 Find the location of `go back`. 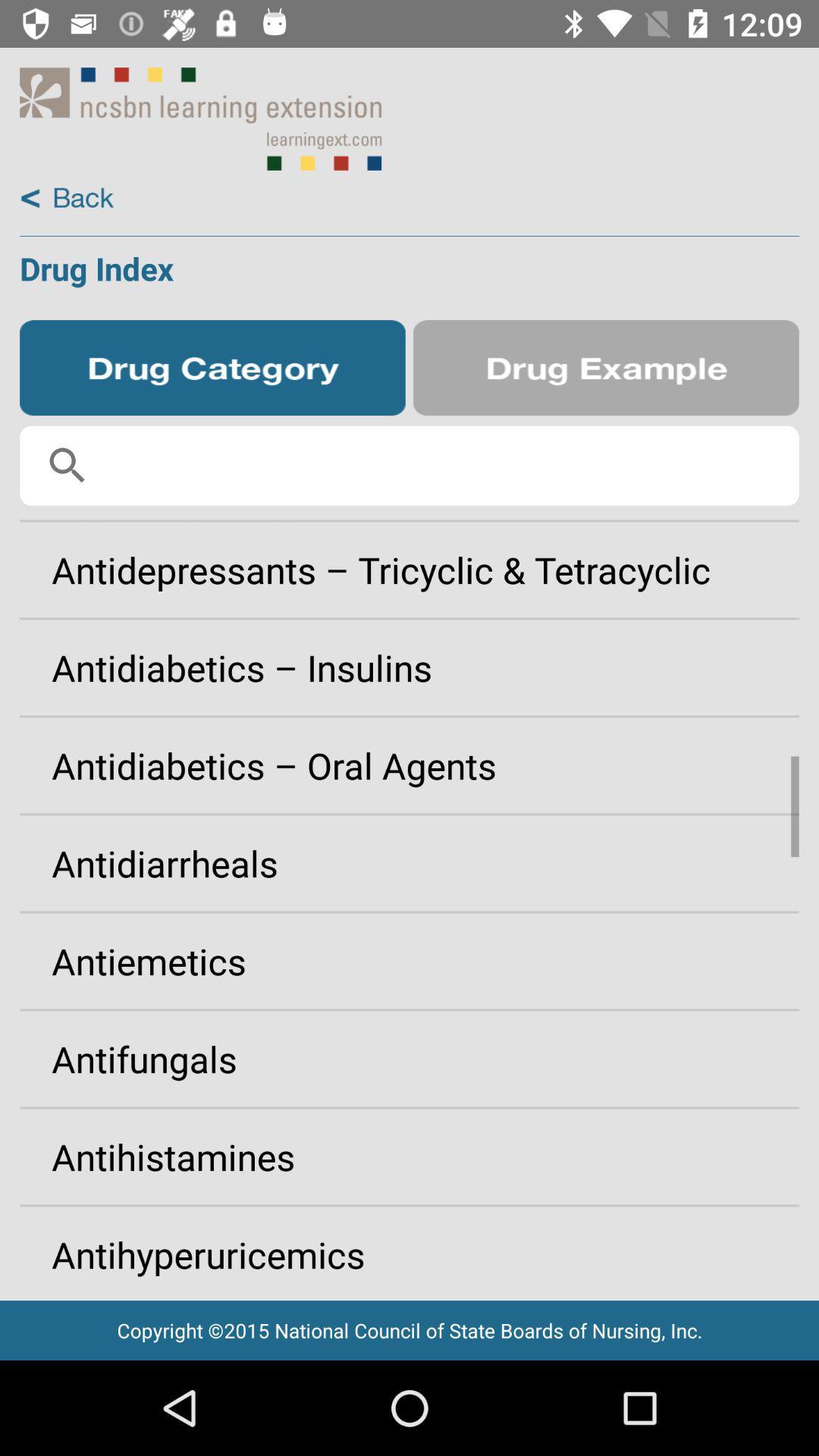

go back is located at coordinates (66, 198).